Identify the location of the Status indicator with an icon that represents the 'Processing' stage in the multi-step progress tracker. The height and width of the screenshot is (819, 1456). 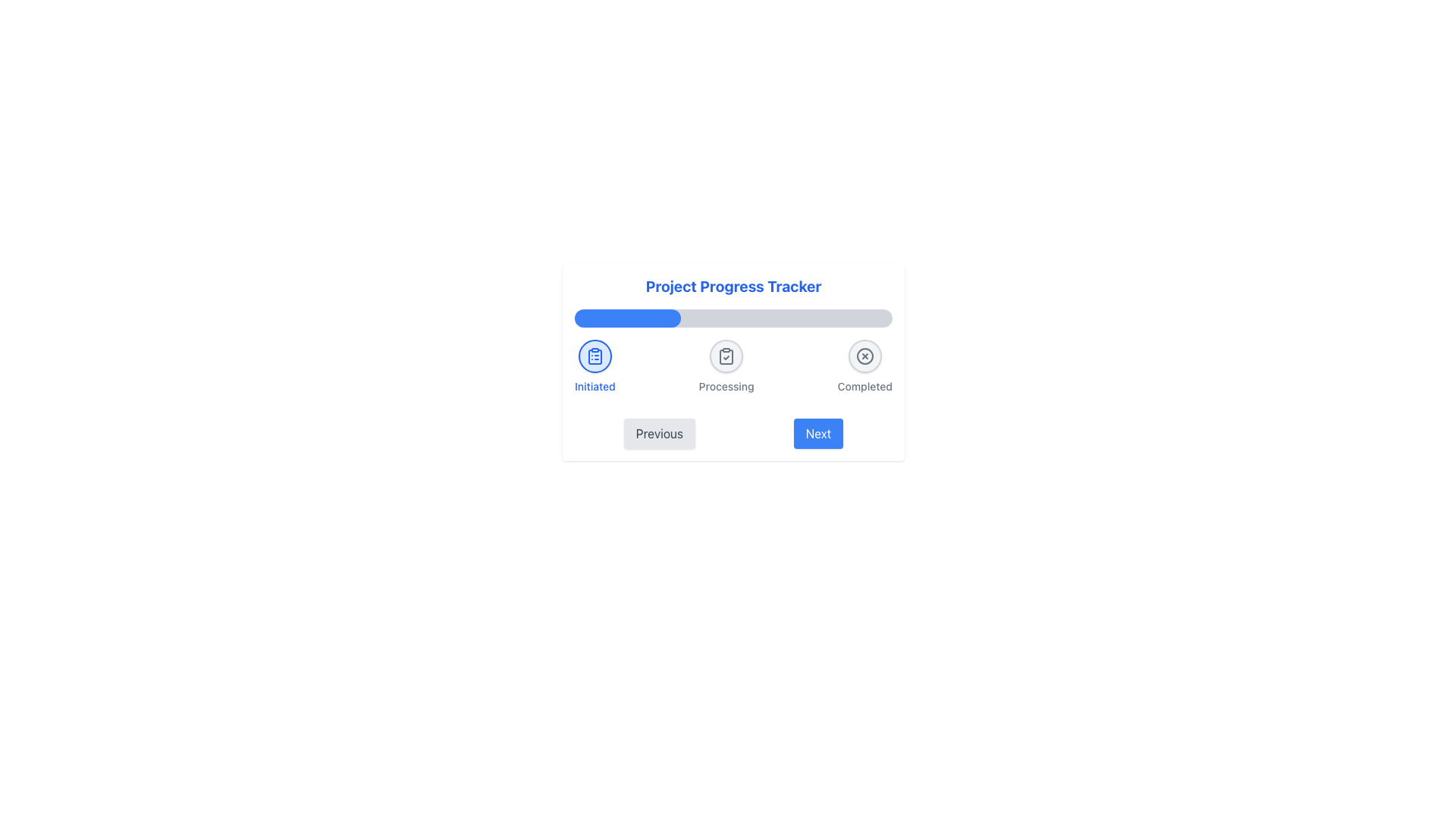
(726, 356).